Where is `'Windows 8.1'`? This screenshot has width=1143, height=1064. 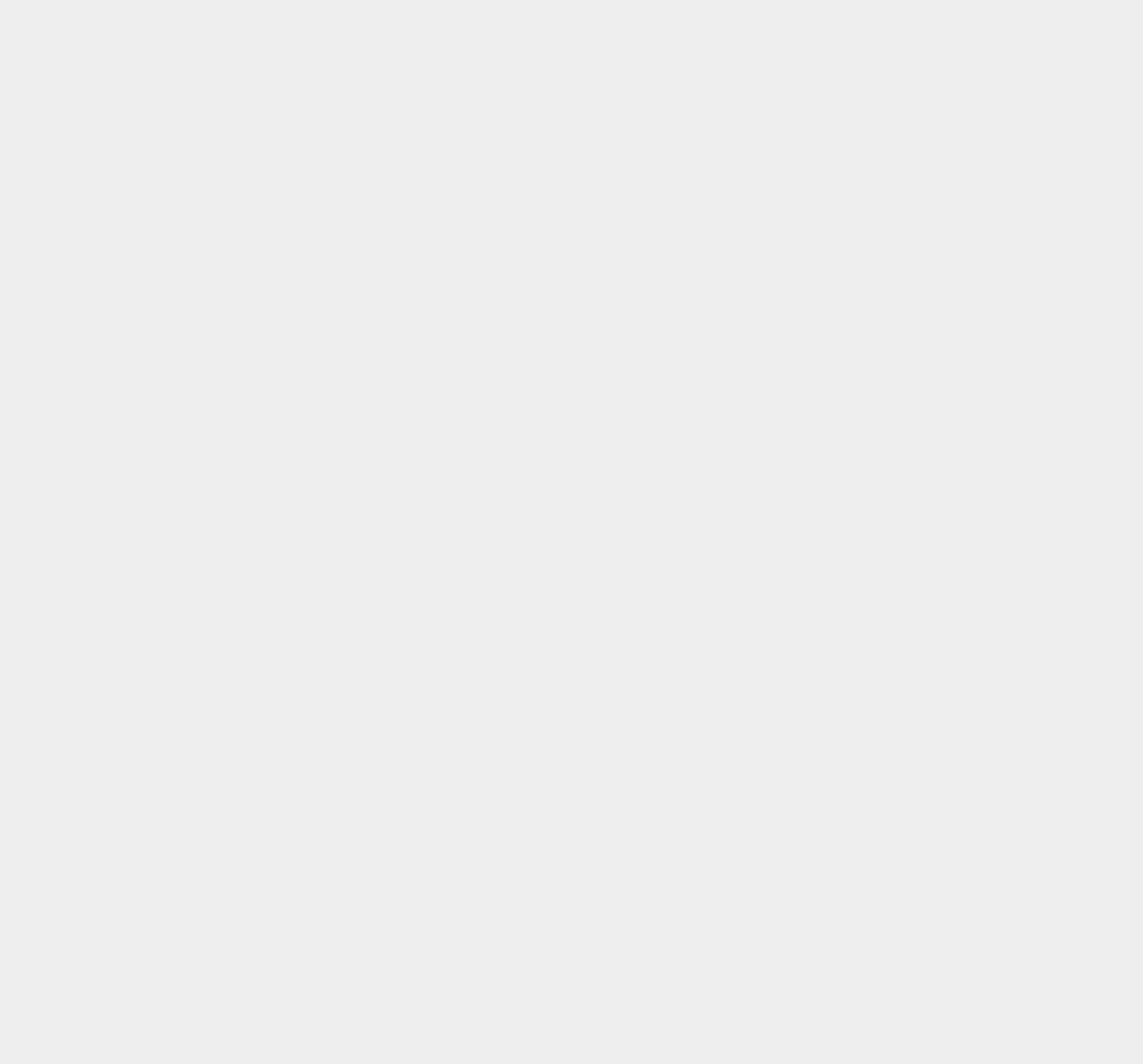
'Windows 8.1' is located at coordinates (846, 821).